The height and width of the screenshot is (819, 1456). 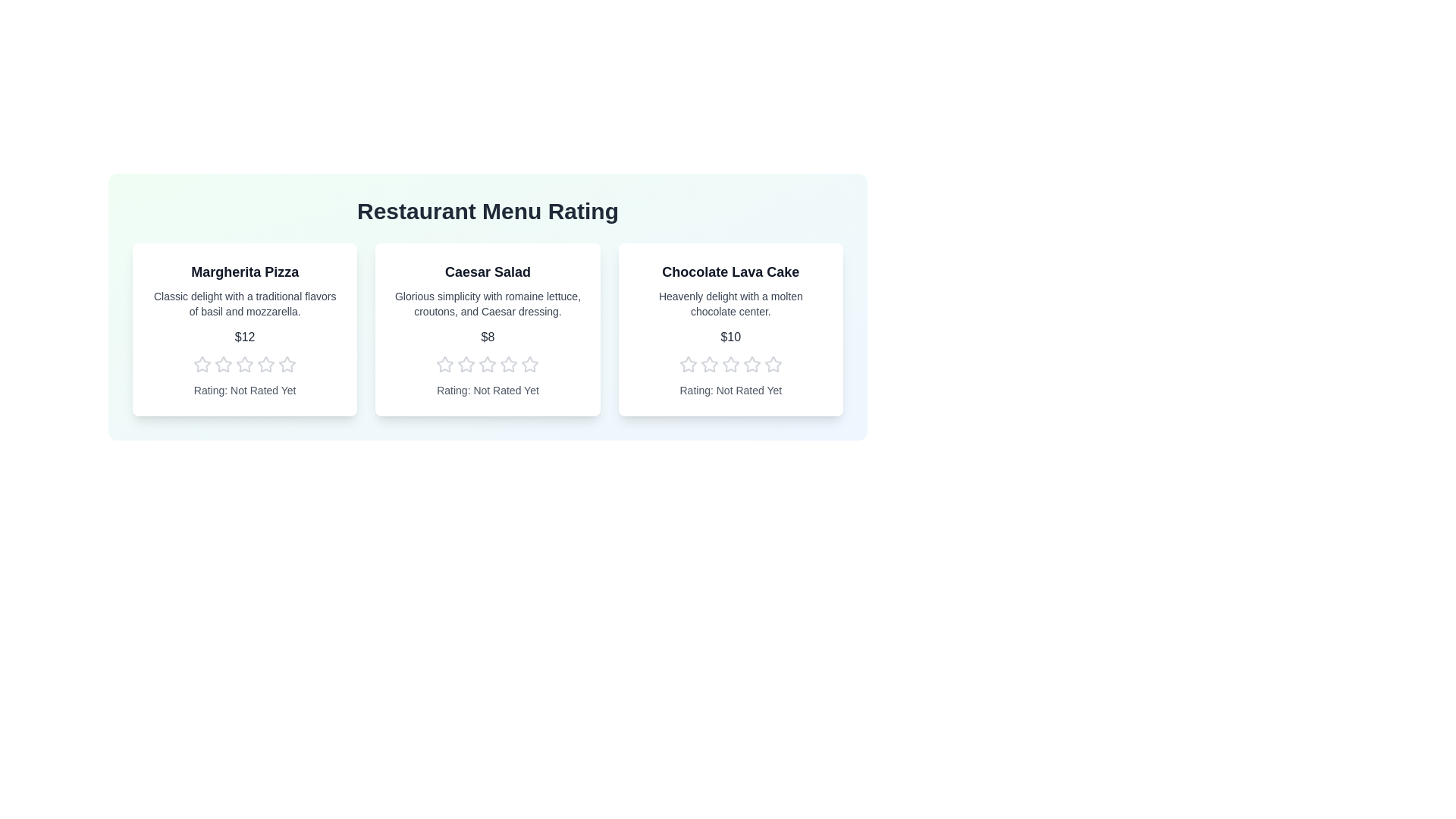 What do you see at coordinates (488, 365) in the screenshot?
I see `the star corresponding to the desired rating 3 for the menu item Caesar Salad` at bounding box center [488, 365].